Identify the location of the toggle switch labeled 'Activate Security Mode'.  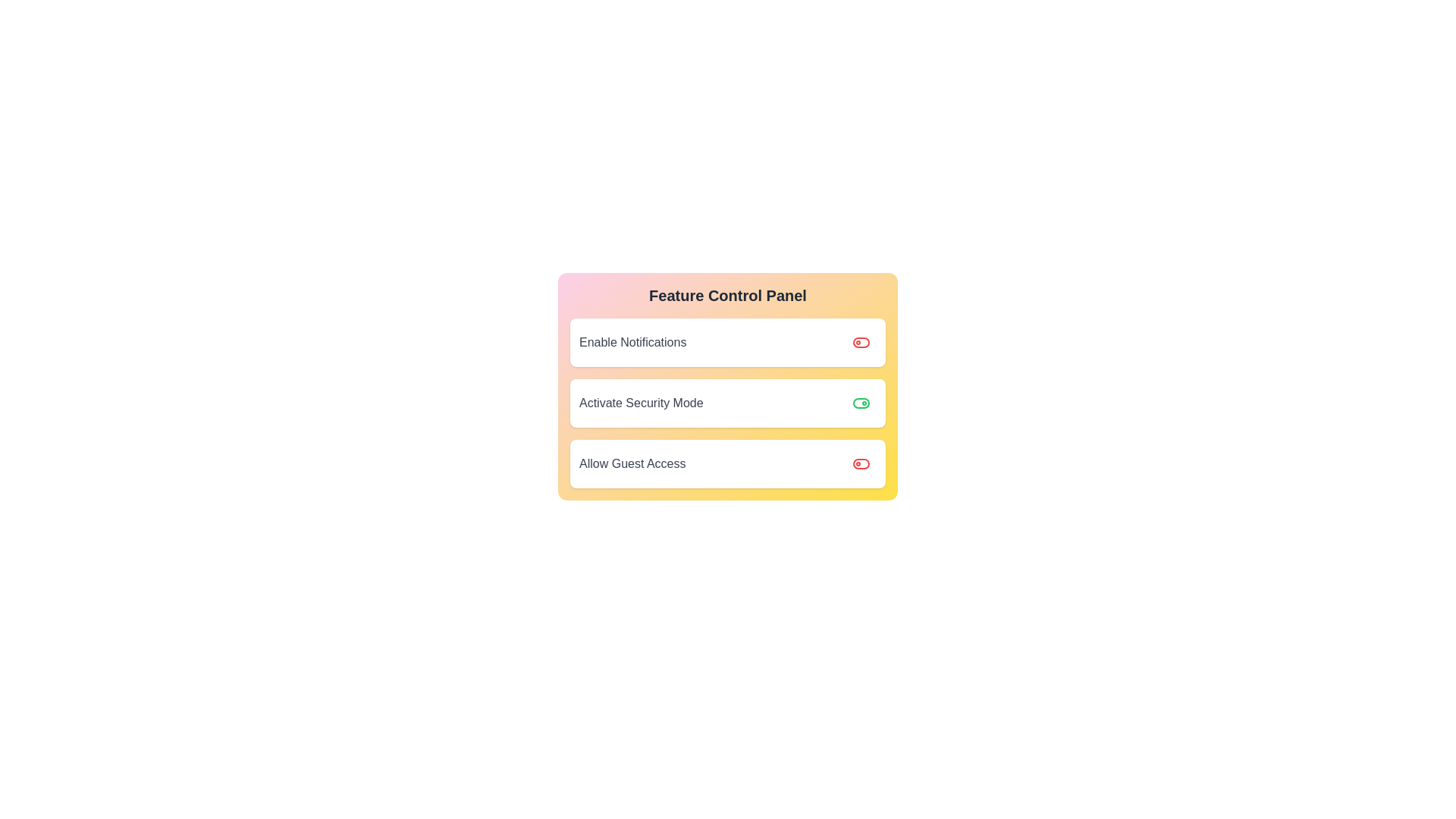
(861, 403).